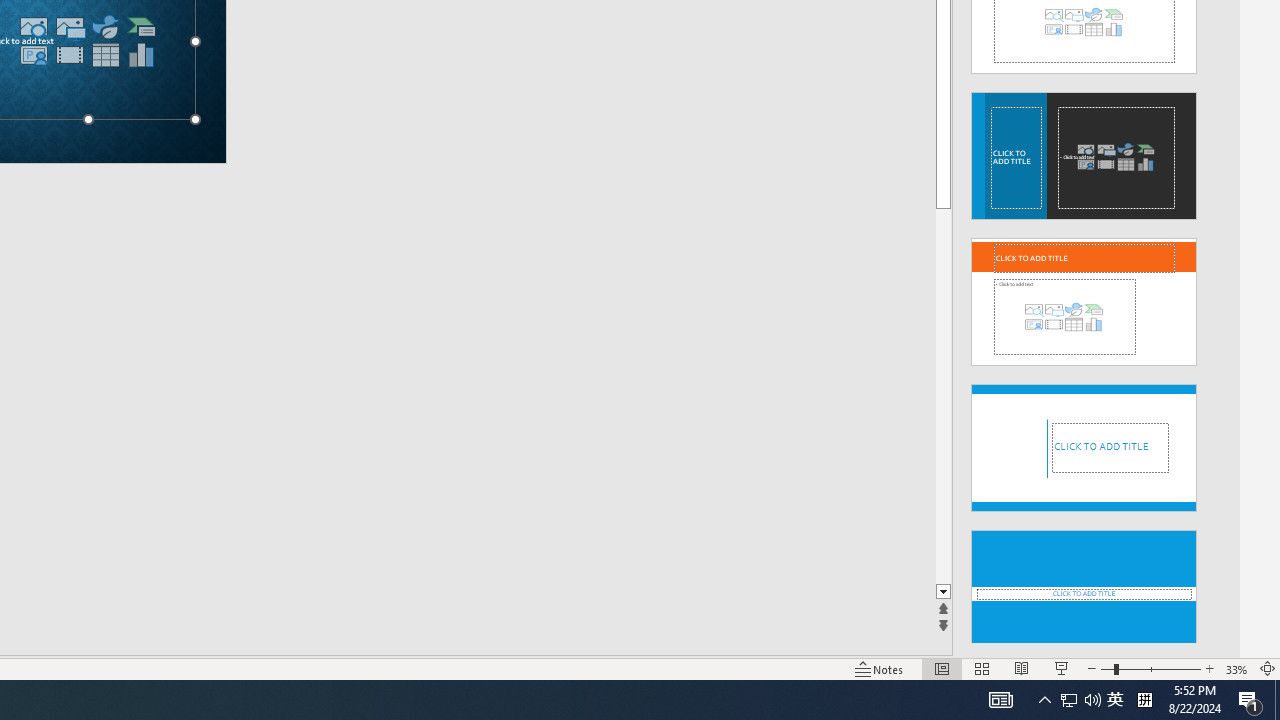  What do you see at coordinates (140, 54) in the screenshot?
I see `'Insert Chart'` at bounding box center [140, 54].